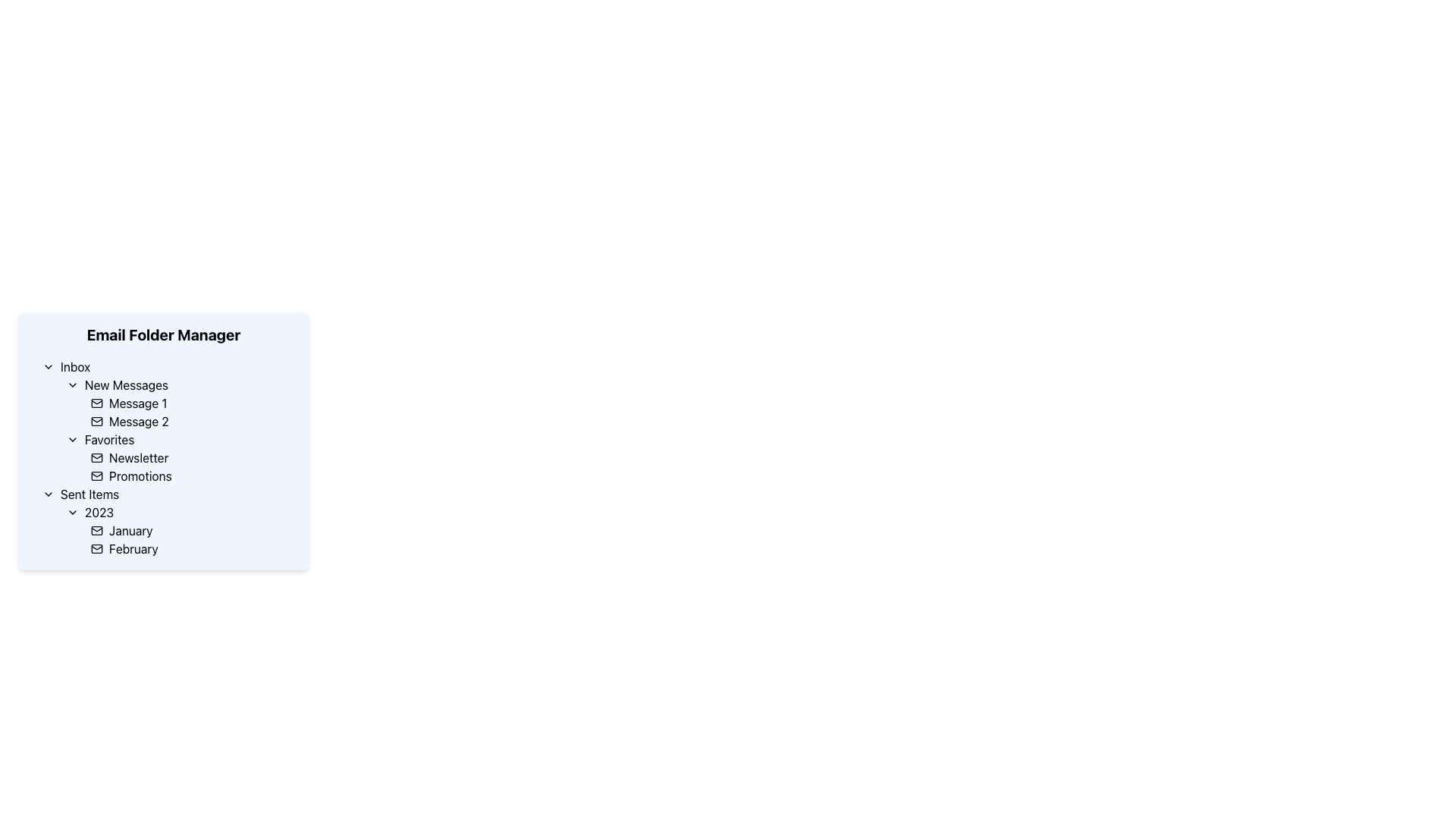 This screenshot has width=1456, height=819. Describe the element at coordinates (170, 494) in the screenshot. I see `the 'Sent Items' category in the email folder navigation panel` at that location.